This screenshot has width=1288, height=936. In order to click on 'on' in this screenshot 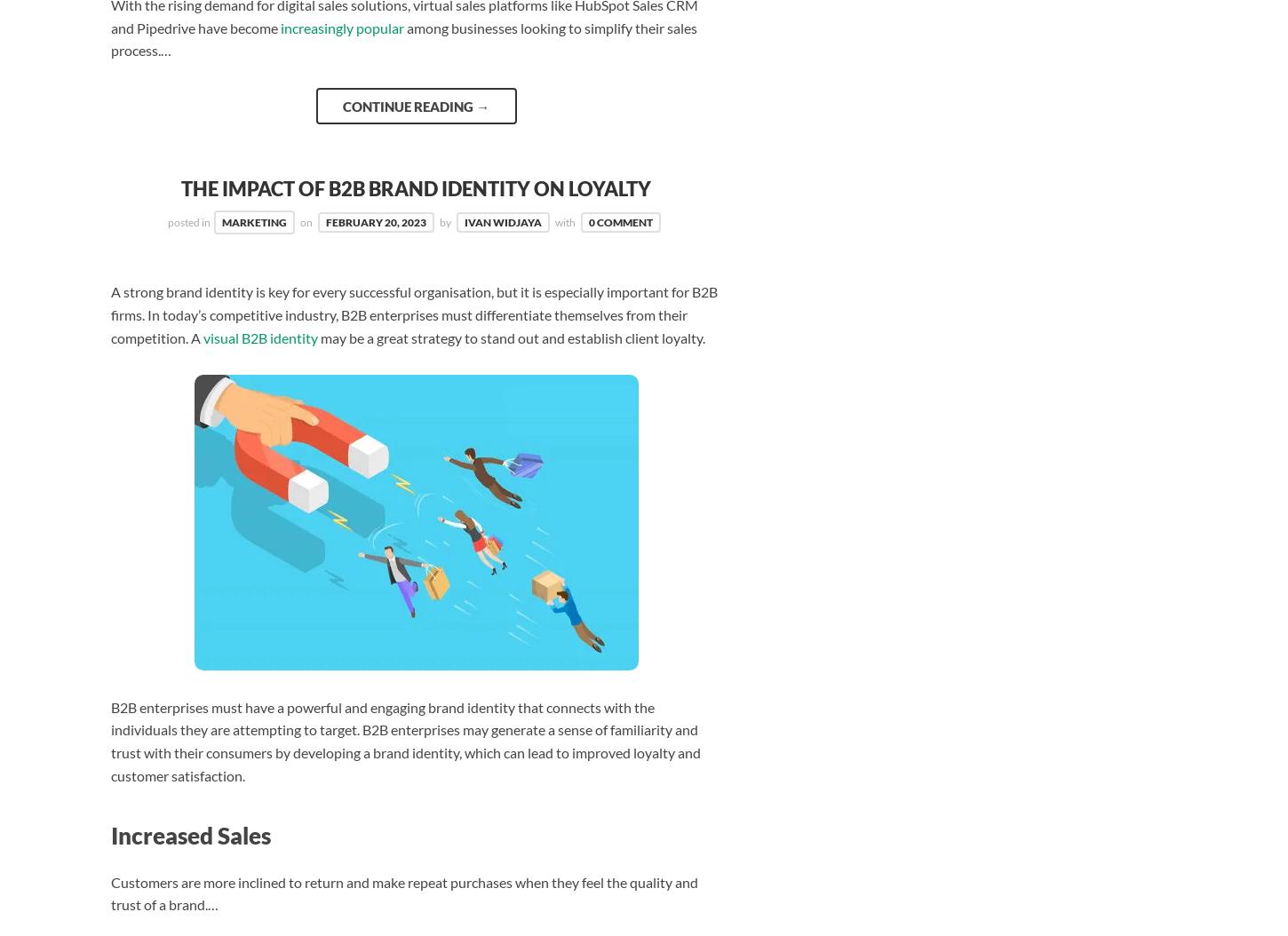, I will do `click(306, 222)`.